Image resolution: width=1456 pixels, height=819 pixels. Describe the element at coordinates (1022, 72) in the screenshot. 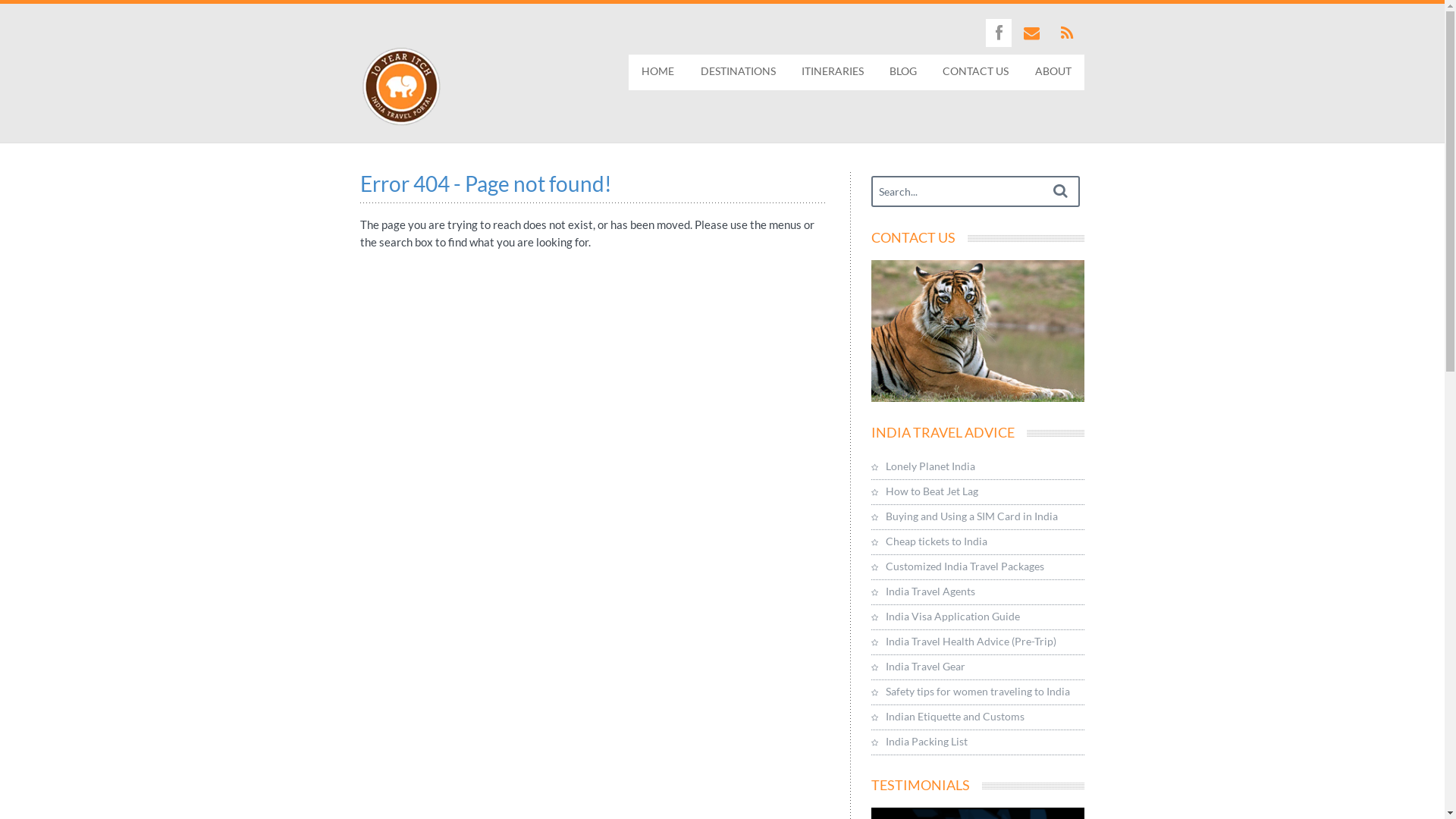

I see `'ABOUT'` at that location.